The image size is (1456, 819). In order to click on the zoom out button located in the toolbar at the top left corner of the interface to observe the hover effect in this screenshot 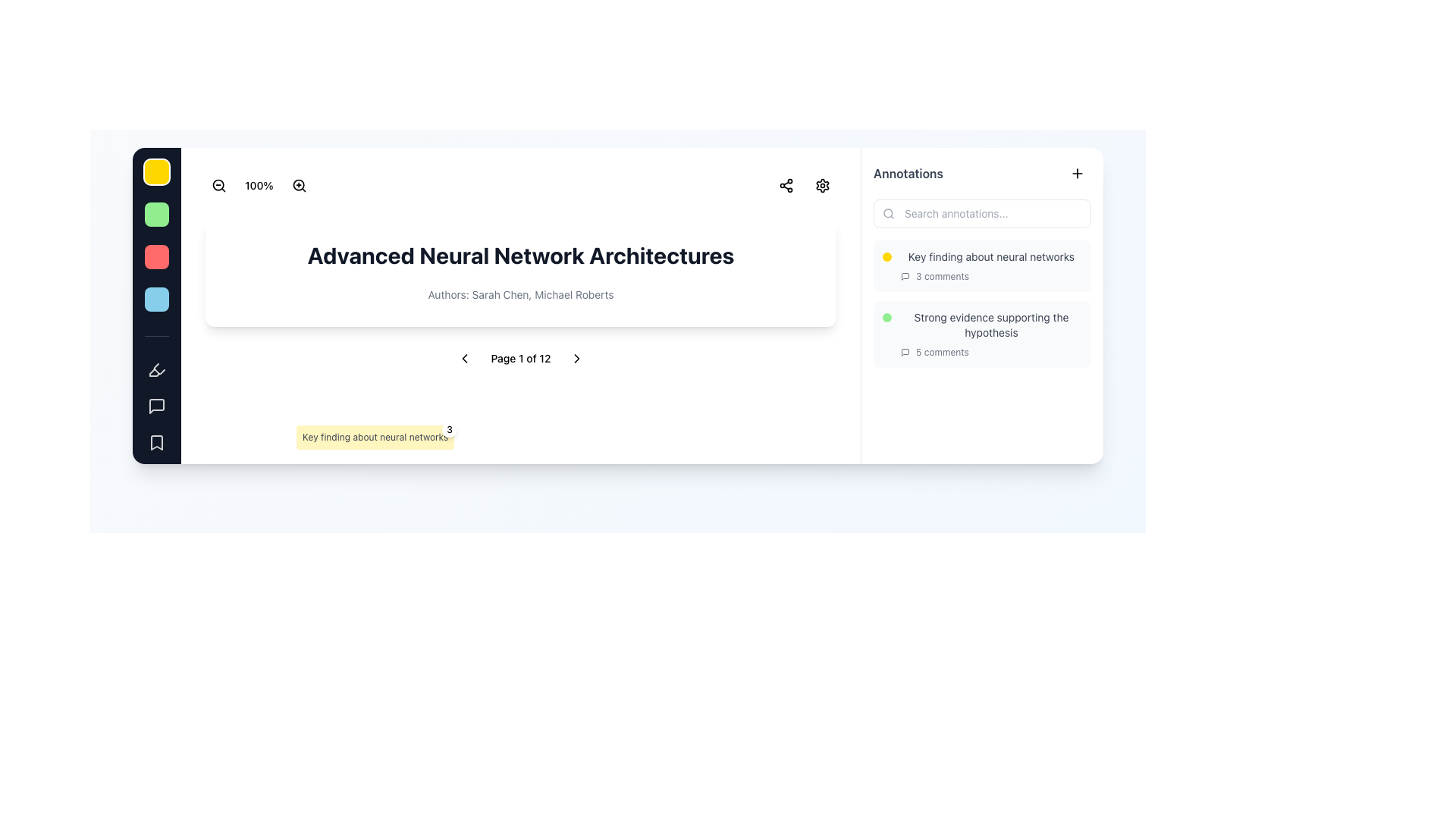, I will do `click(218, 185)`.